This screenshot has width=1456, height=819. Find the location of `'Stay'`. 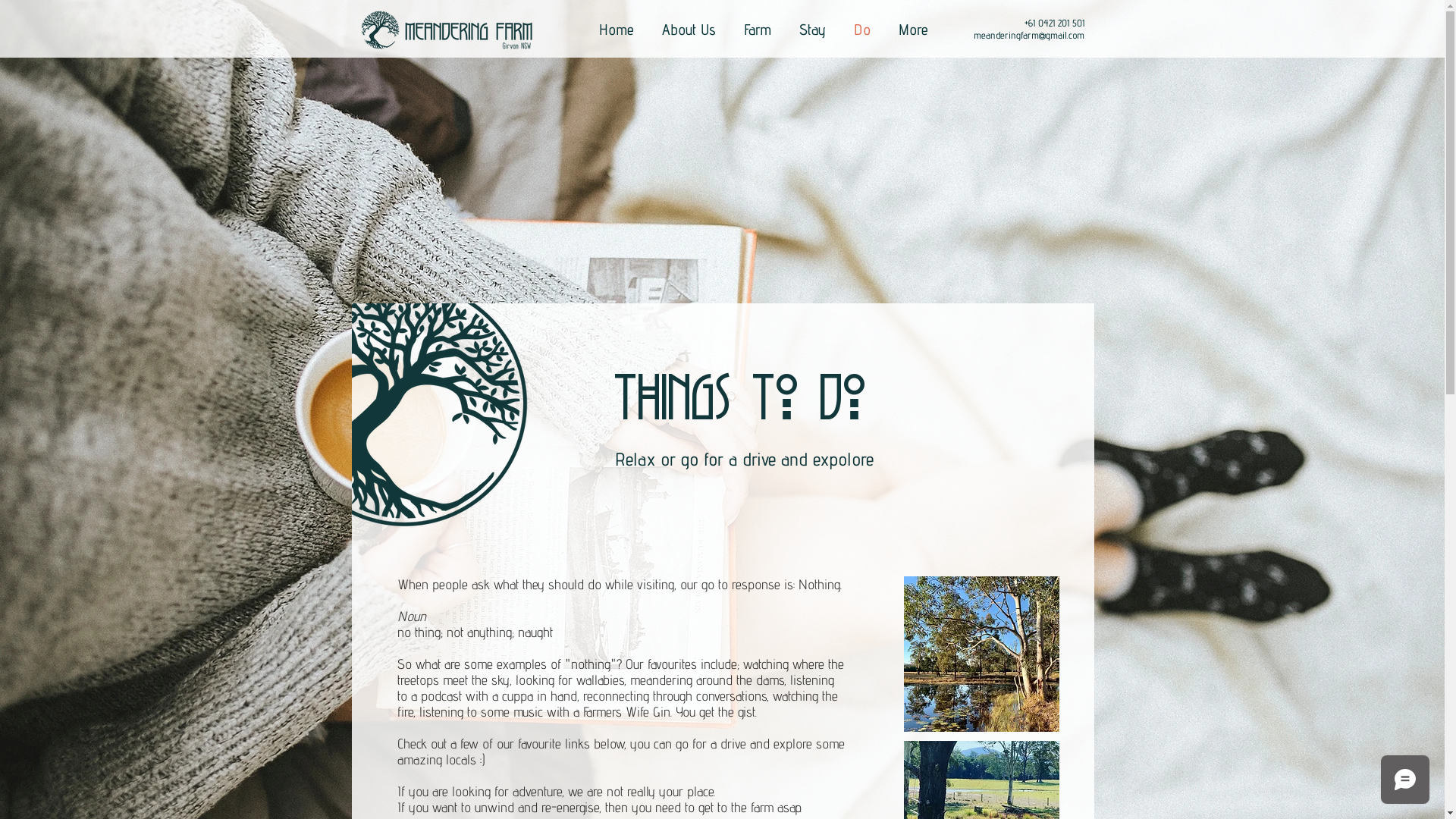

'Stay' is located at coordinates (786, 30).